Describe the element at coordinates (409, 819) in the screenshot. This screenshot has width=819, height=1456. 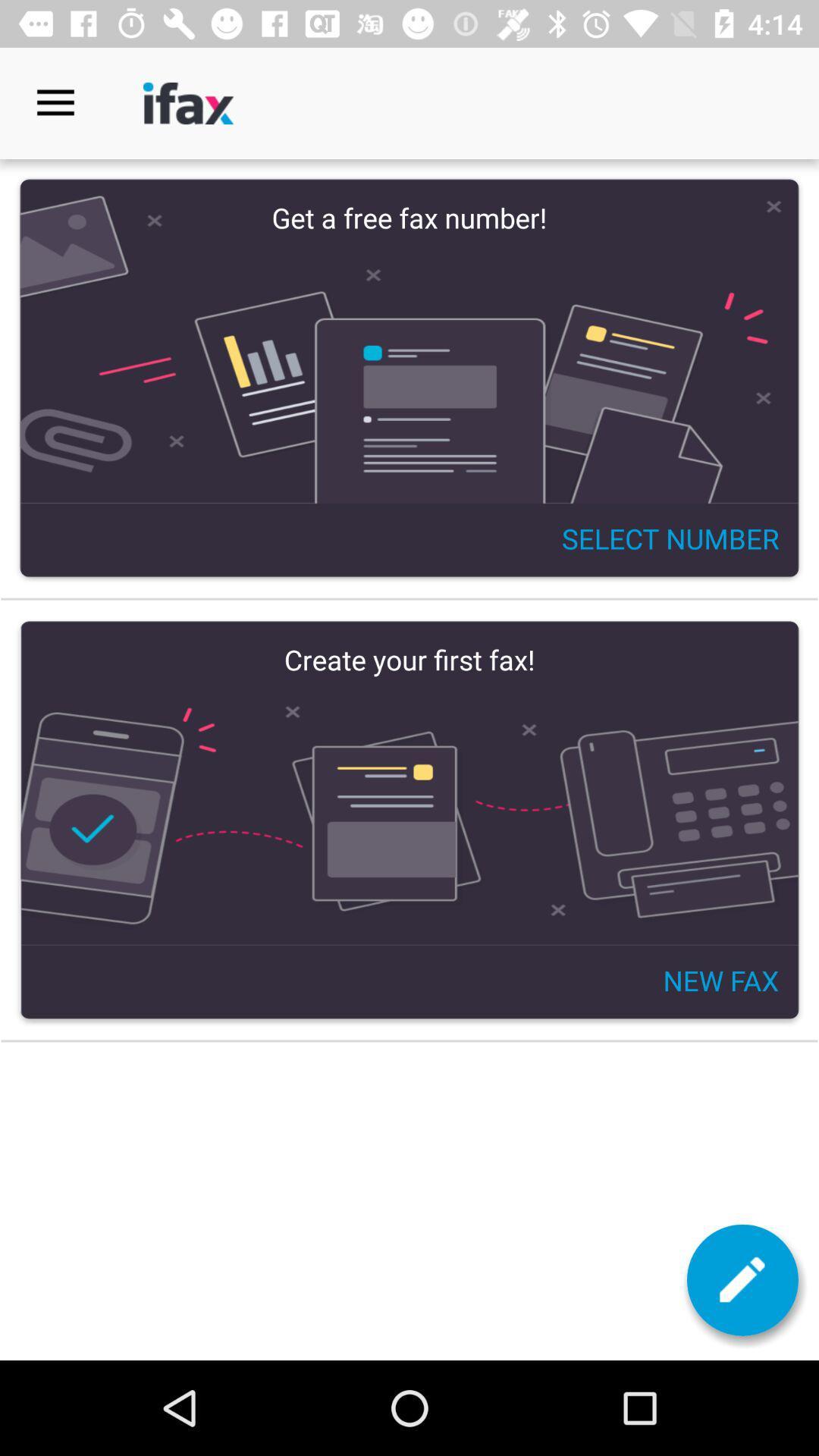
I see `new fax` at that location.